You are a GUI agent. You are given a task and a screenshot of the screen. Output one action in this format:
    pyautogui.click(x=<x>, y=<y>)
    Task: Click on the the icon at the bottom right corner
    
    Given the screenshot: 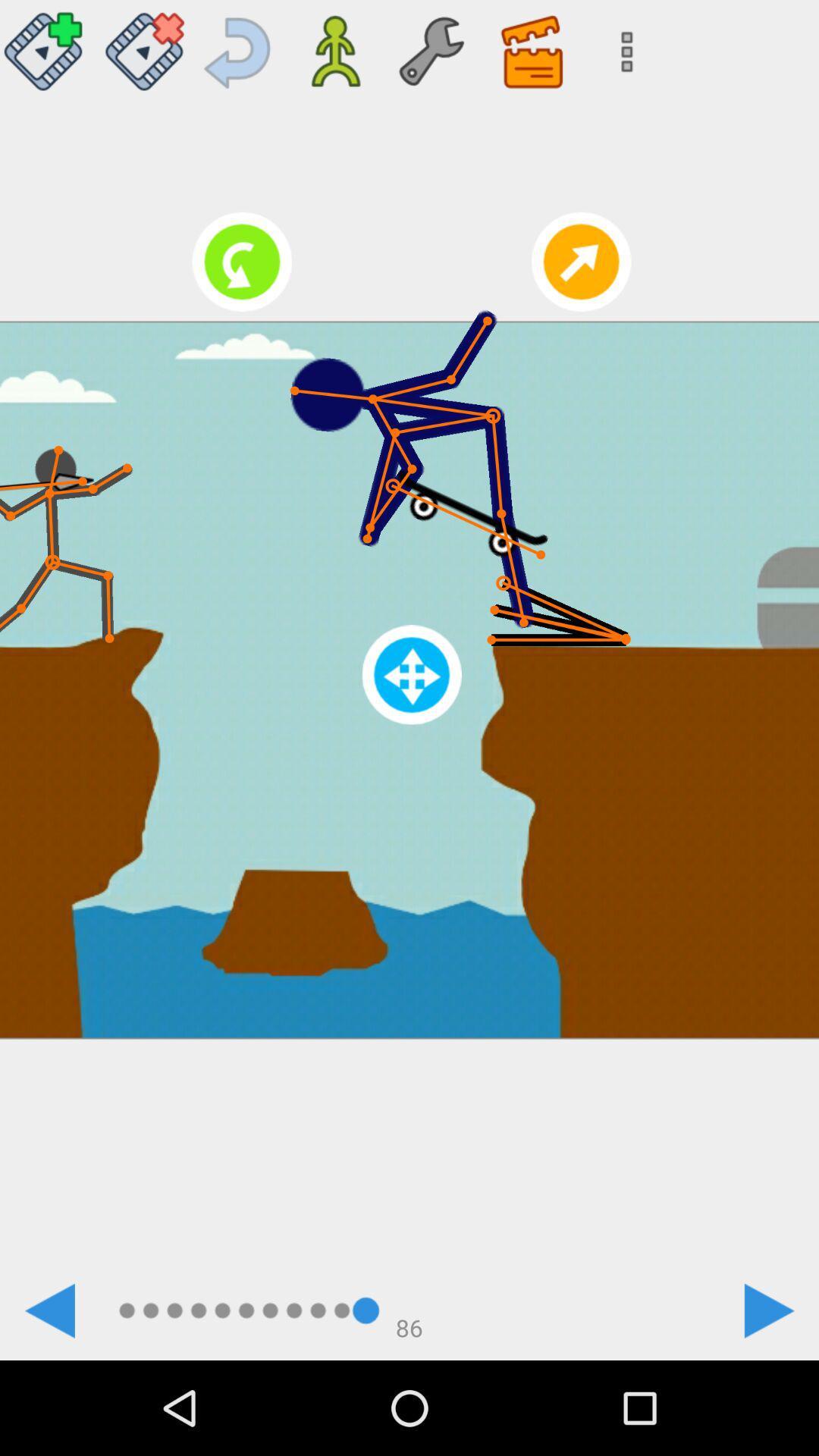 What is the action you would take?
    pyautogui.click(x=769, y=1310)
    